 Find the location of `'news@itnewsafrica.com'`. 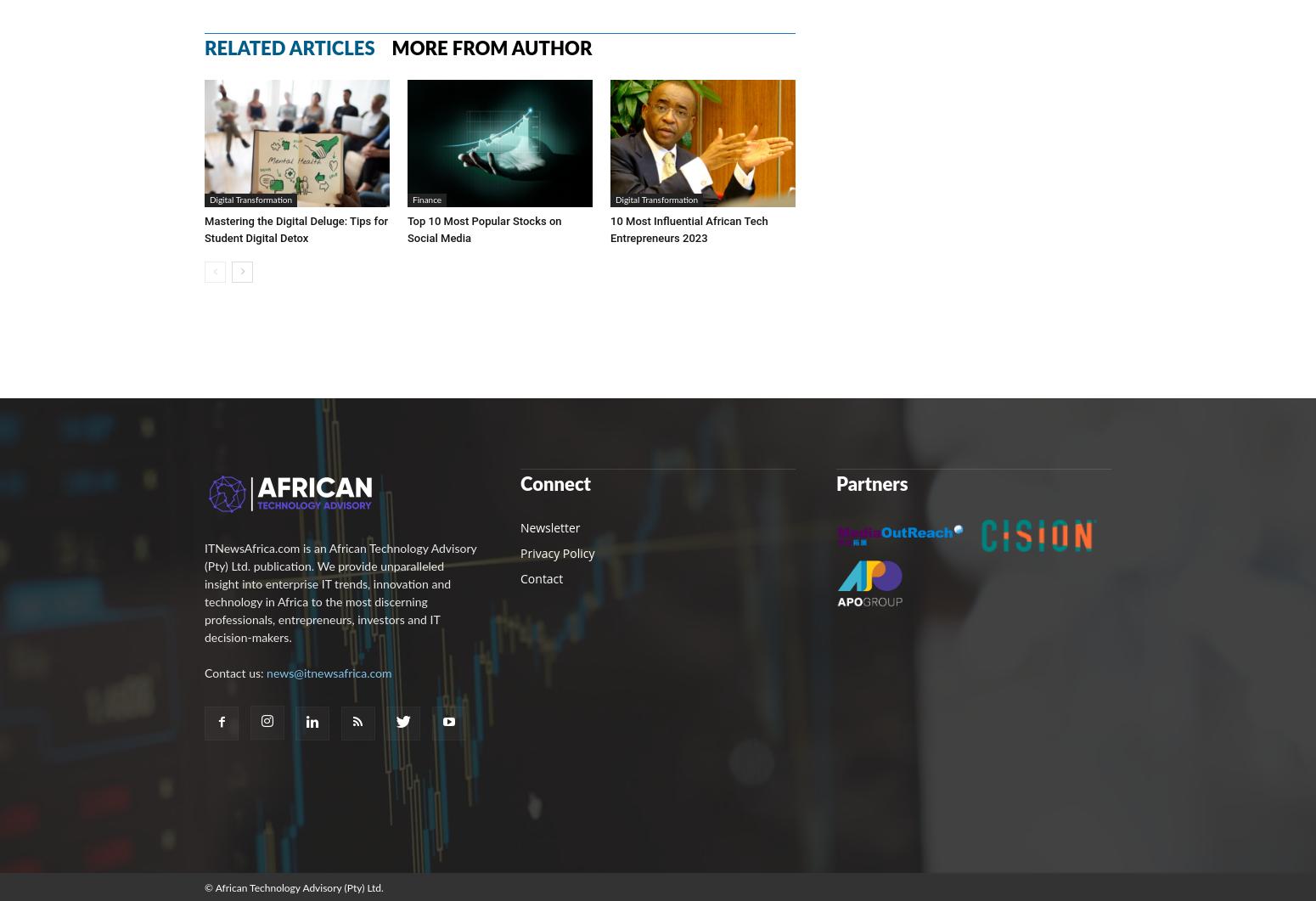

'news@itnewsafrica.com' is located at coordinates (328, 673).